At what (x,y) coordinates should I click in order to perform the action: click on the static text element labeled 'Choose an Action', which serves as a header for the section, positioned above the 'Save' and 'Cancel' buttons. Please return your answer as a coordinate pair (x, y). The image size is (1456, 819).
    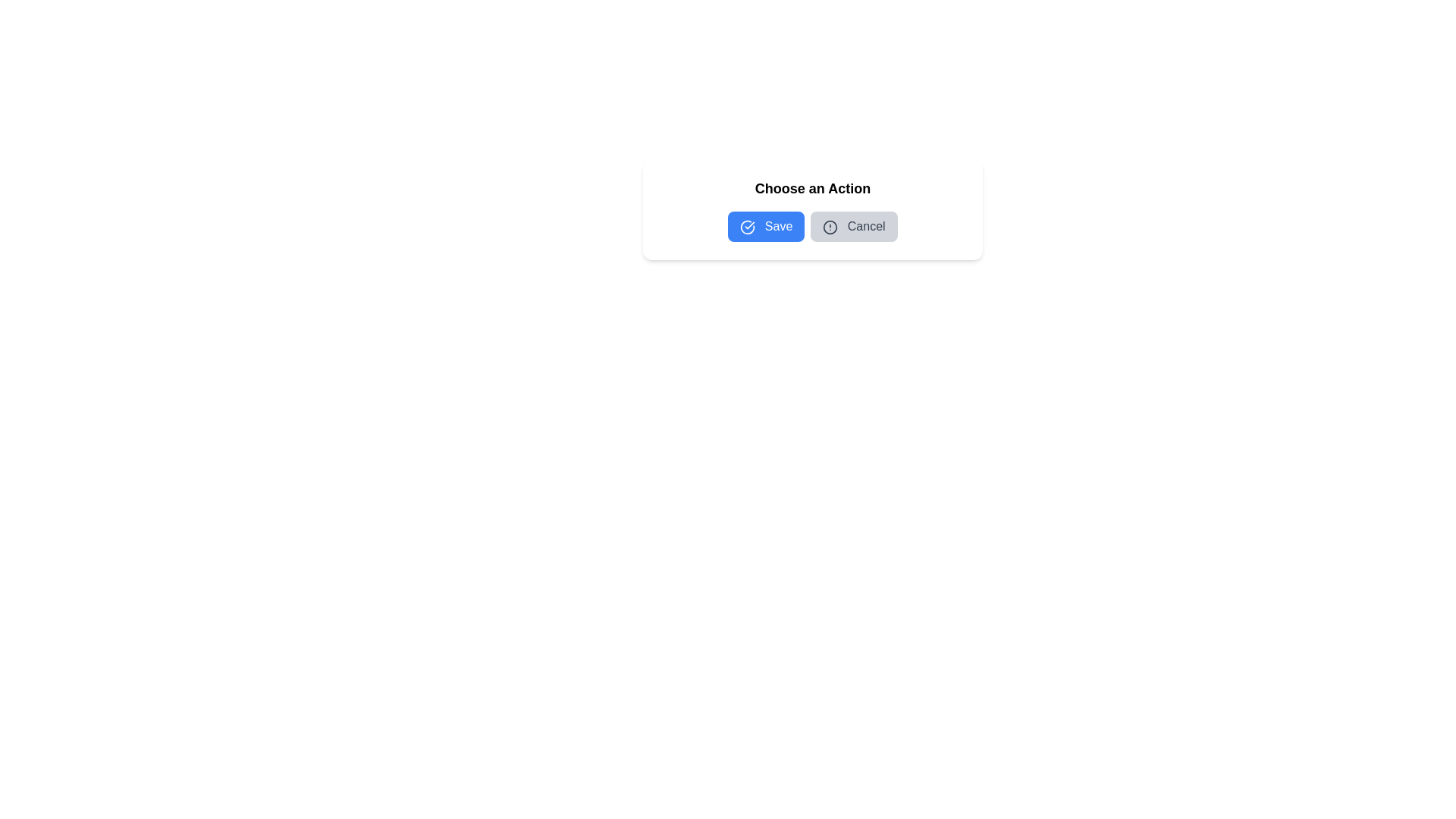
    Looking at the image, I should click on (811, 188).